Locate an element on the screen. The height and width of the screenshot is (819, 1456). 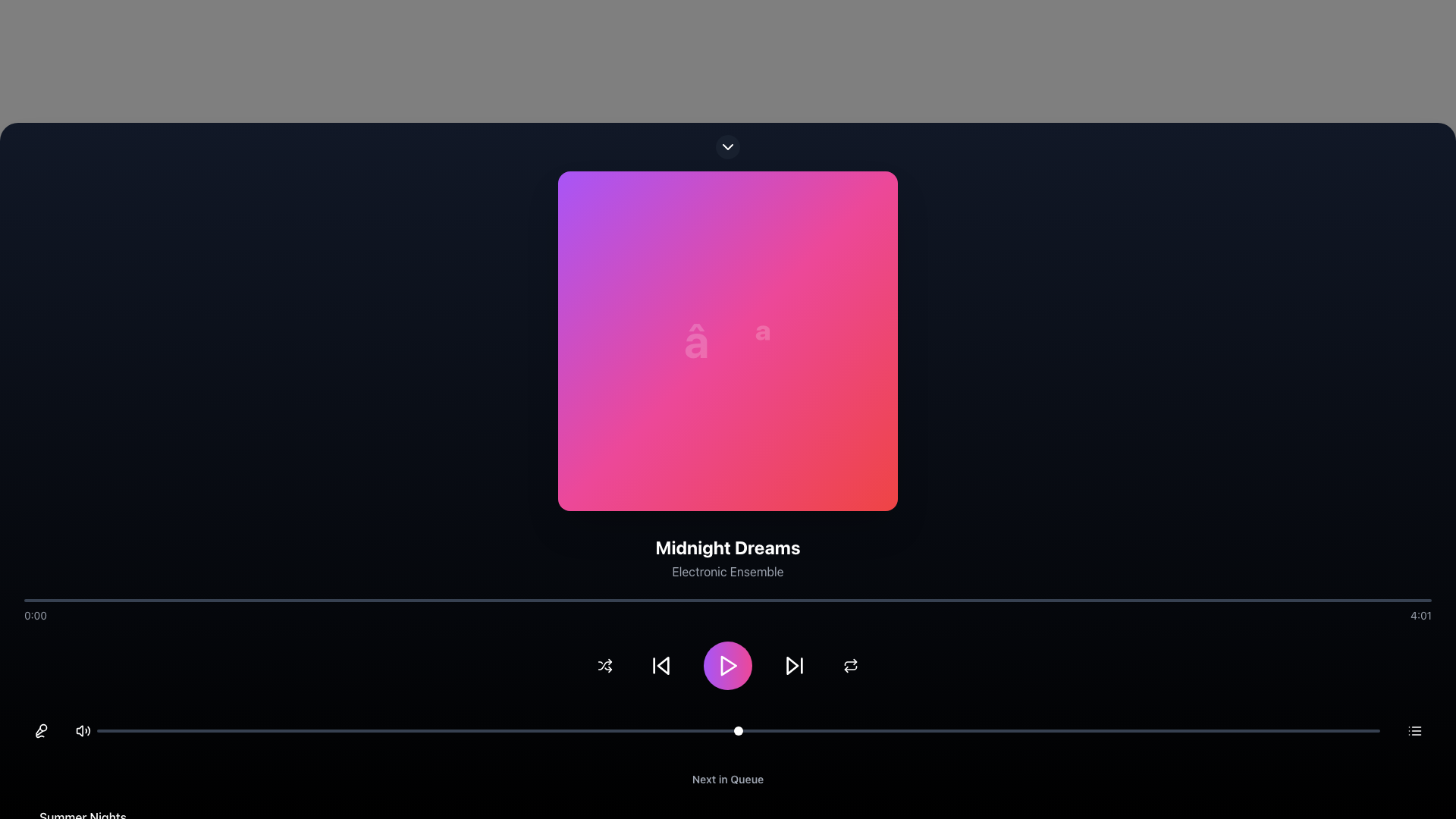
the slider value is located at coordinates (739, 730).